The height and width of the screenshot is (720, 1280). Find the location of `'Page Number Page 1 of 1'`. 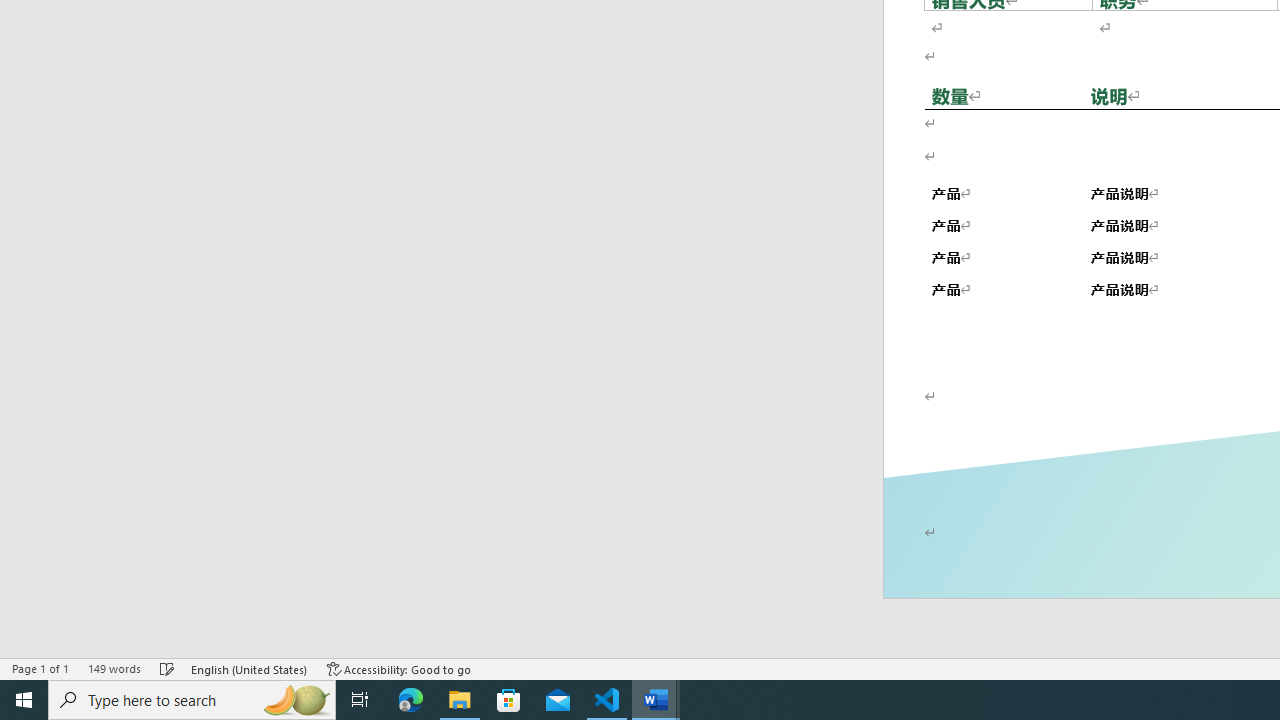

'Page Number Page 1 of 1' is located at coordinates (40, 669).